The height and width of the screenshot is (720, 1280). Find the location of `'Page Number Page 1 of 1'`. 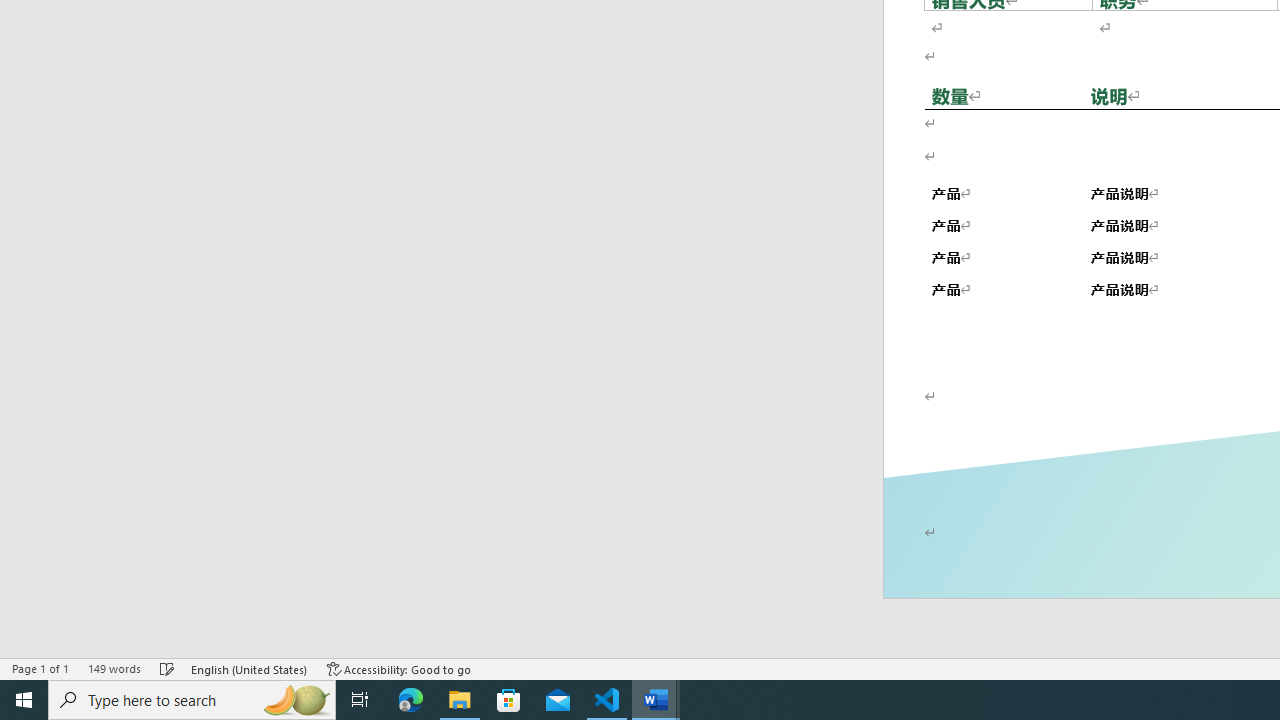

'Page Number Page 1 of 1' is located at coordinates (40, 669).